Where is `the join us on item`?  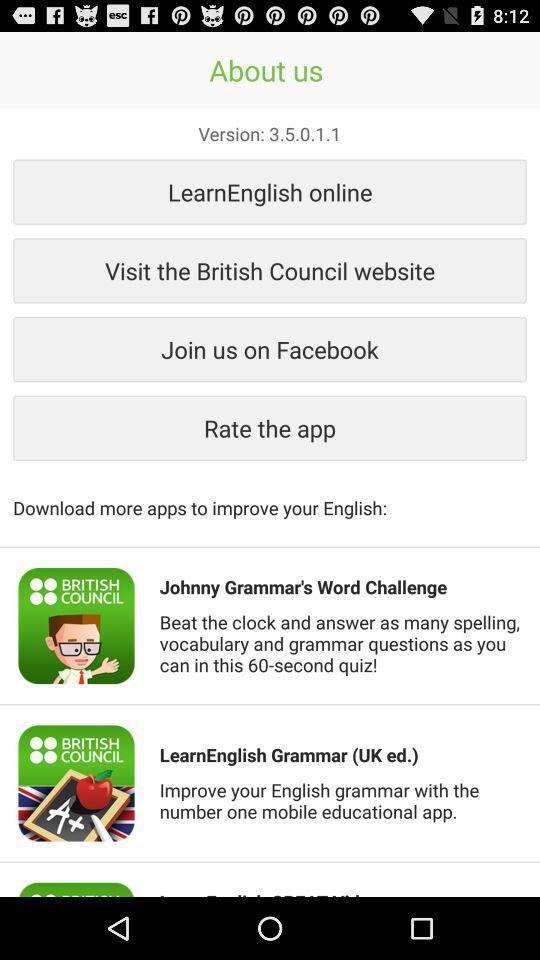
the join us on item is located at coordinates (270, 349).